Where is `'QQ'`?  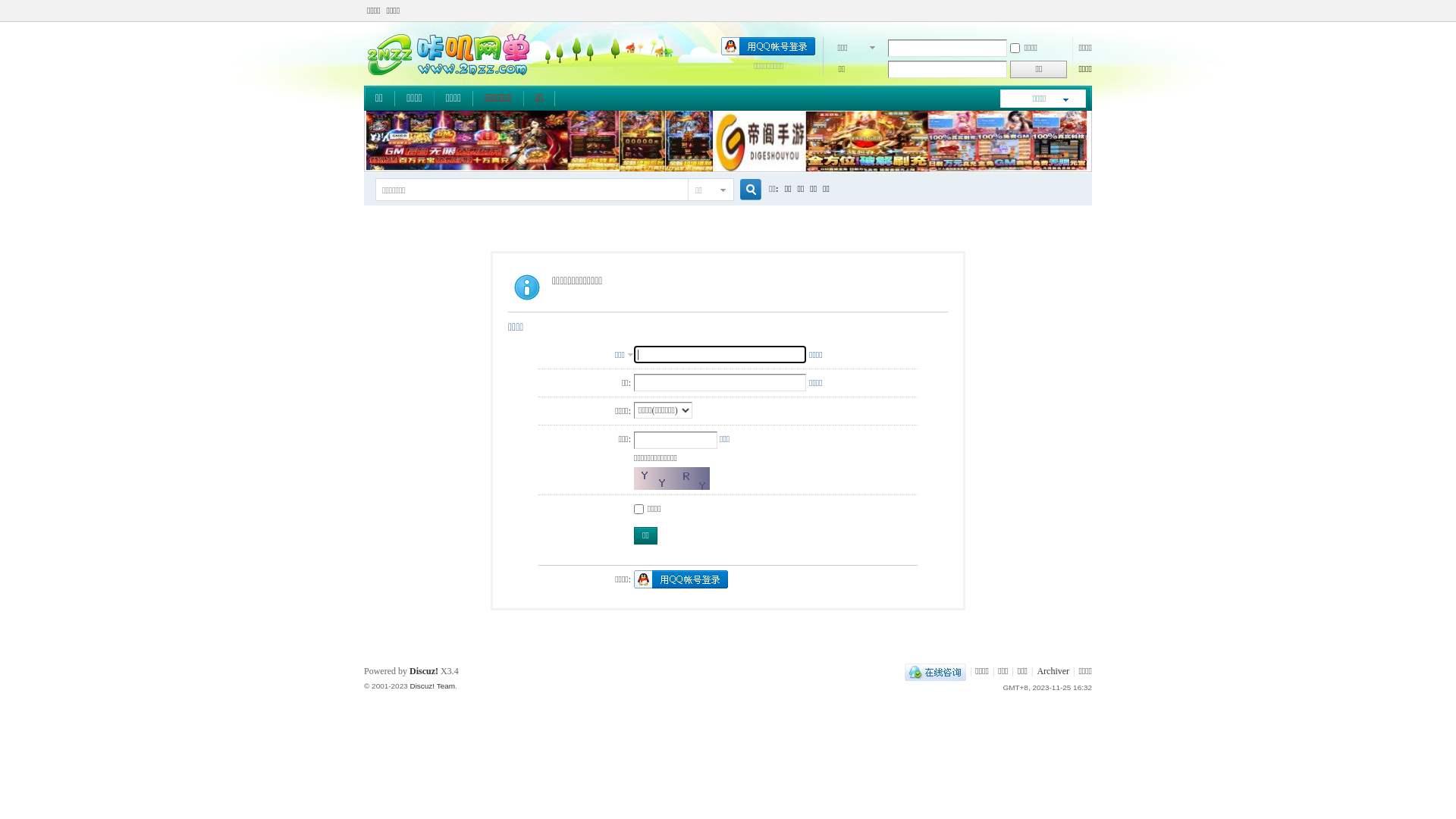 'QQ' is located at coordinates (934, 670).